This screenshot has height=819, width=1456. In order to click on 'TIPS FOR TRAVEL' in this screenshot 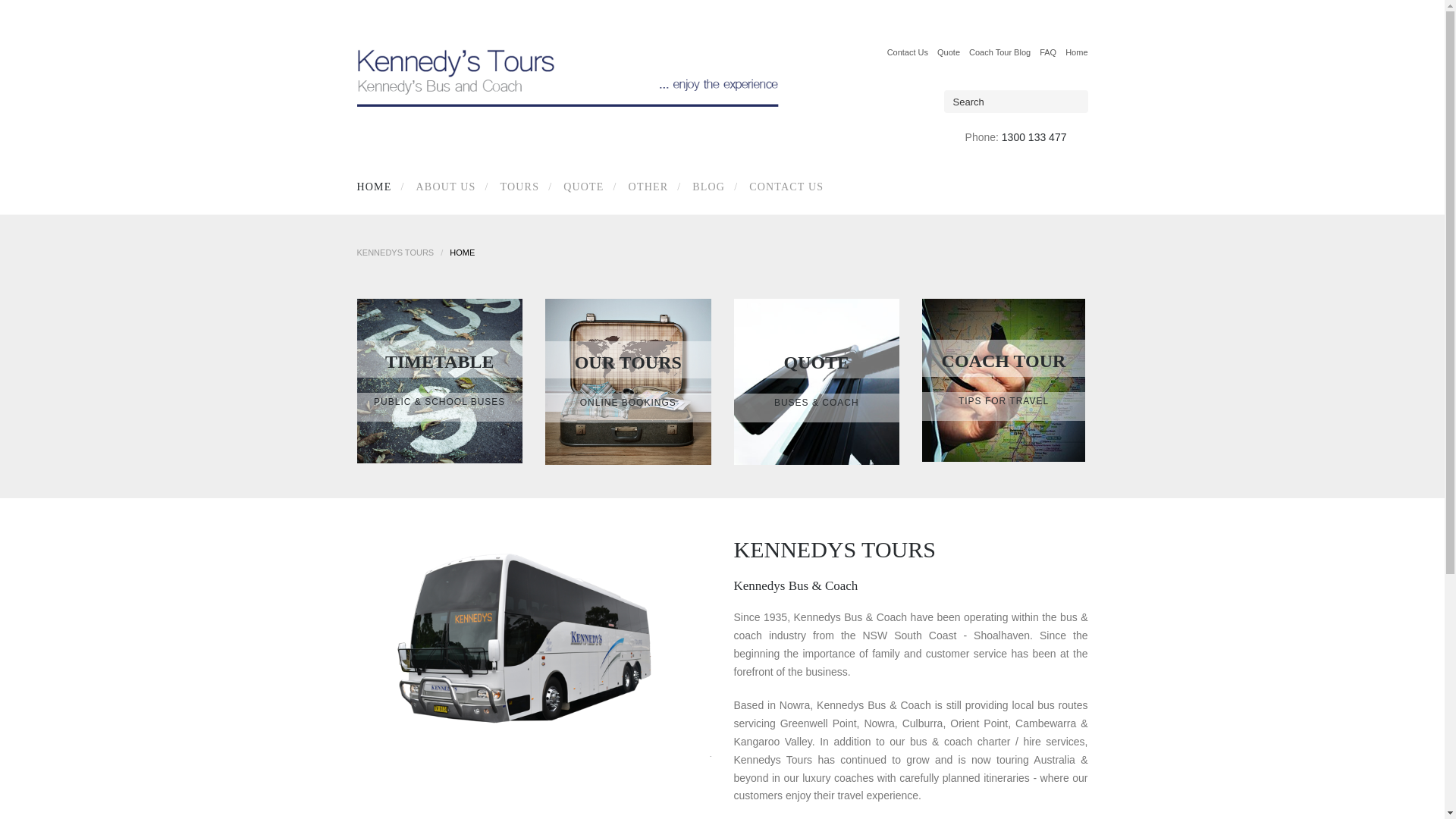, I will do `click(1003, 400)`.